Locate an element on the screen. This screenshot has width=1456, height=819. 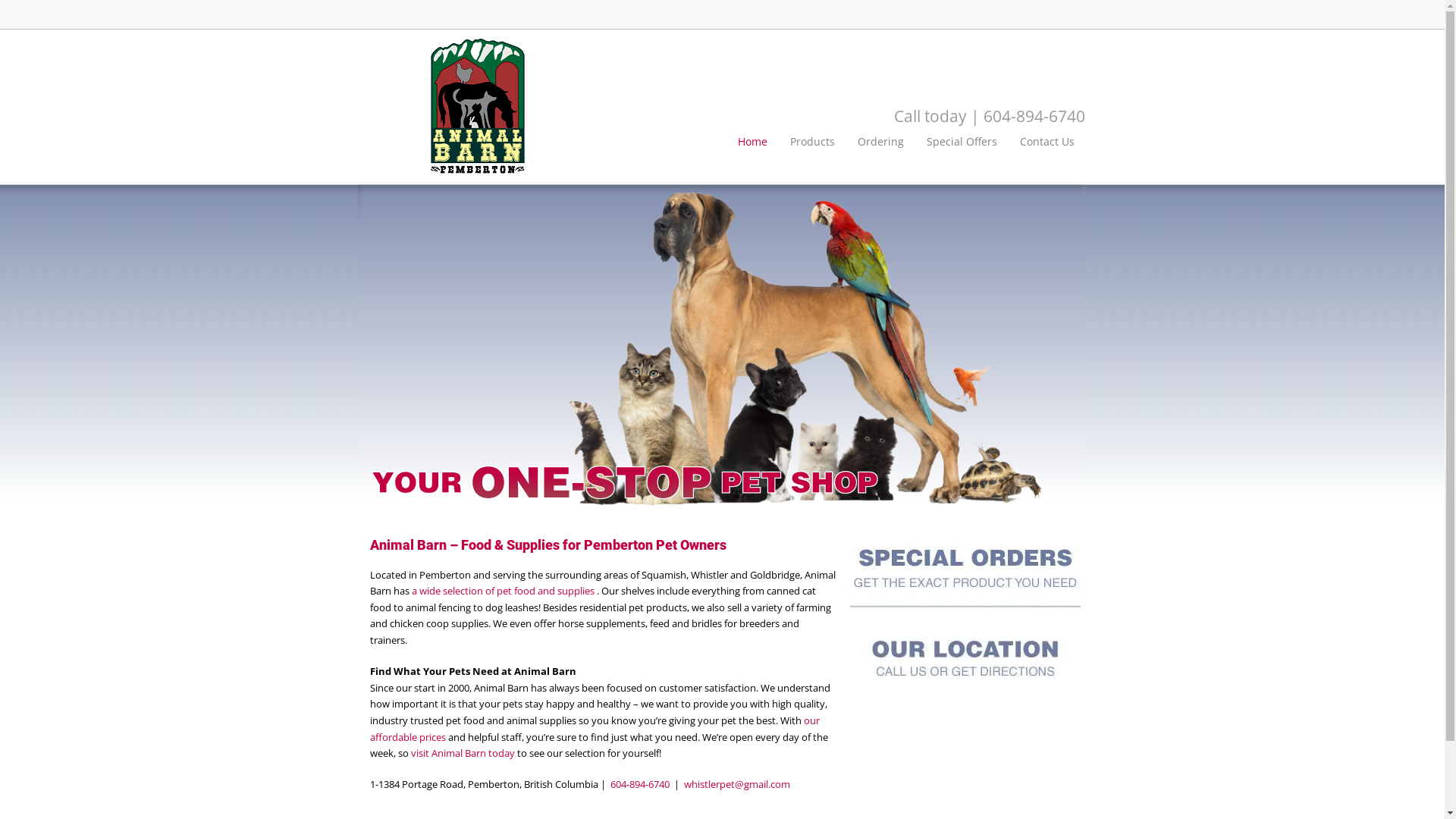
'a wide selection of pet food and supplies' is located at coordinates (503, 590).